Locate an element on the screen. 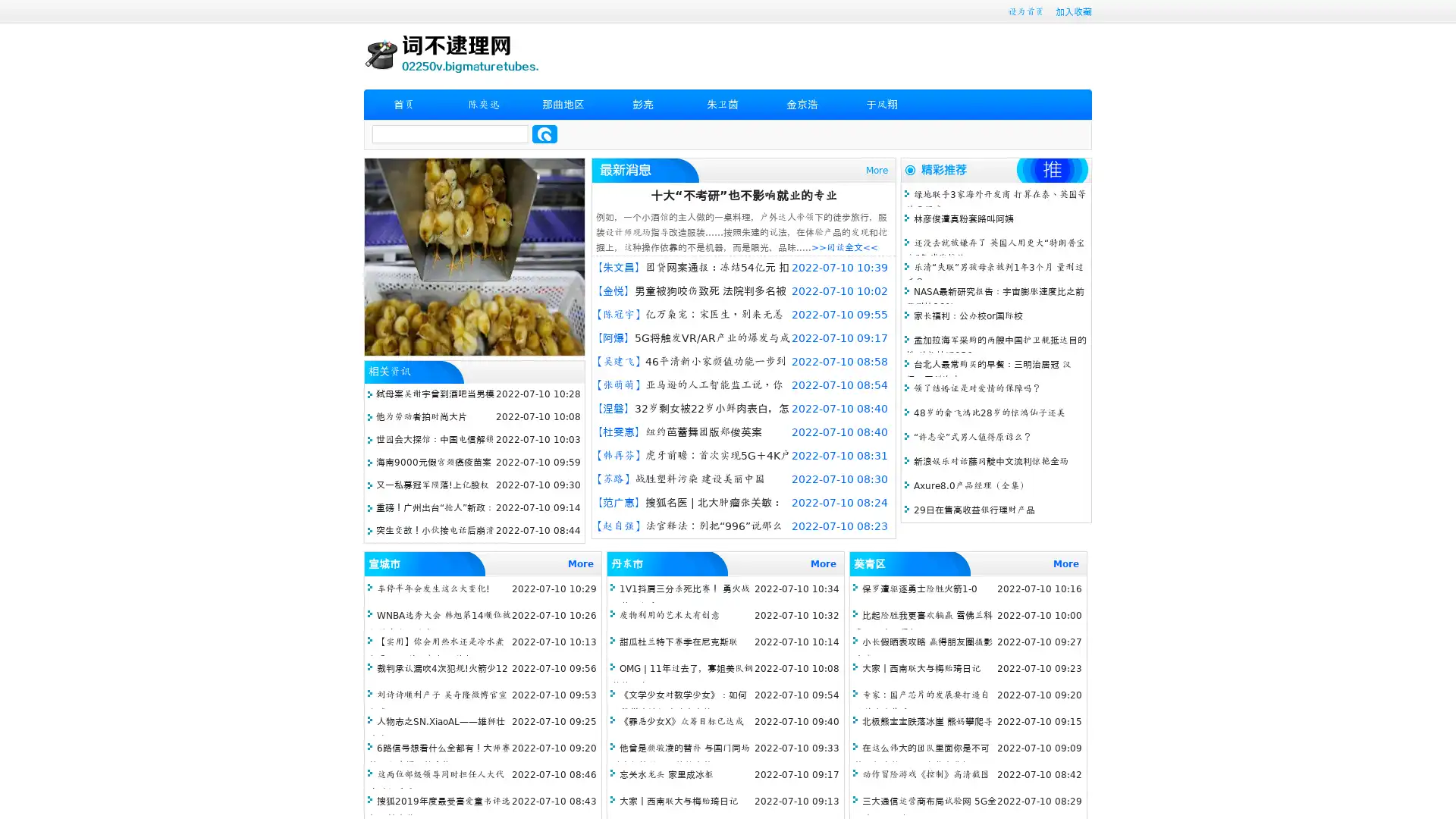  Search is located at coordinates (544, 133).